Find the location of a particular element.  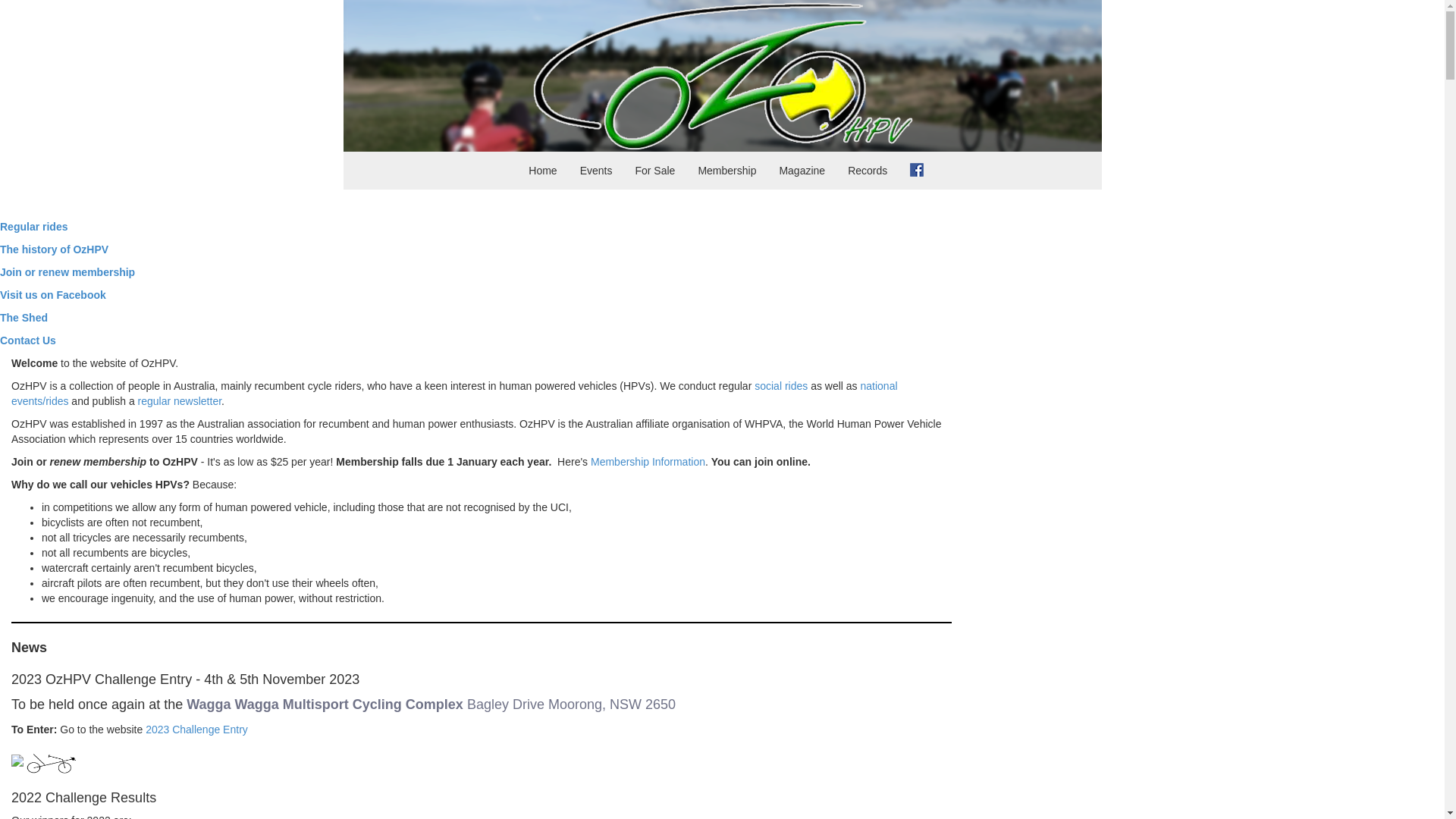

'The Shed' is located at coordinates (24, 317).